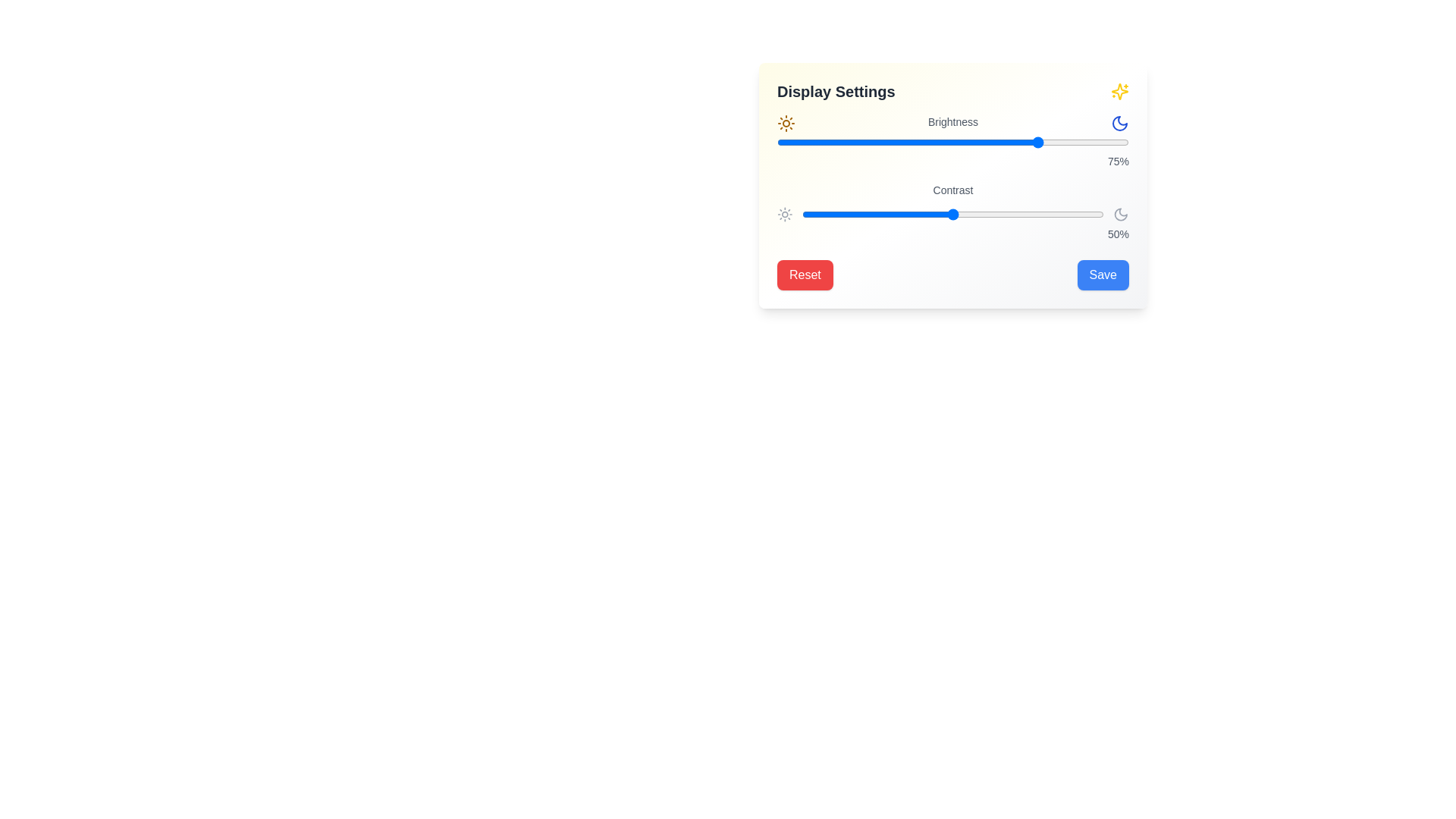 This screenshot has width=1456, height=819. What do you see at coordinates (1051, 143) in the screenshot?
I see `brightness` at bounding box center [1051, 143].